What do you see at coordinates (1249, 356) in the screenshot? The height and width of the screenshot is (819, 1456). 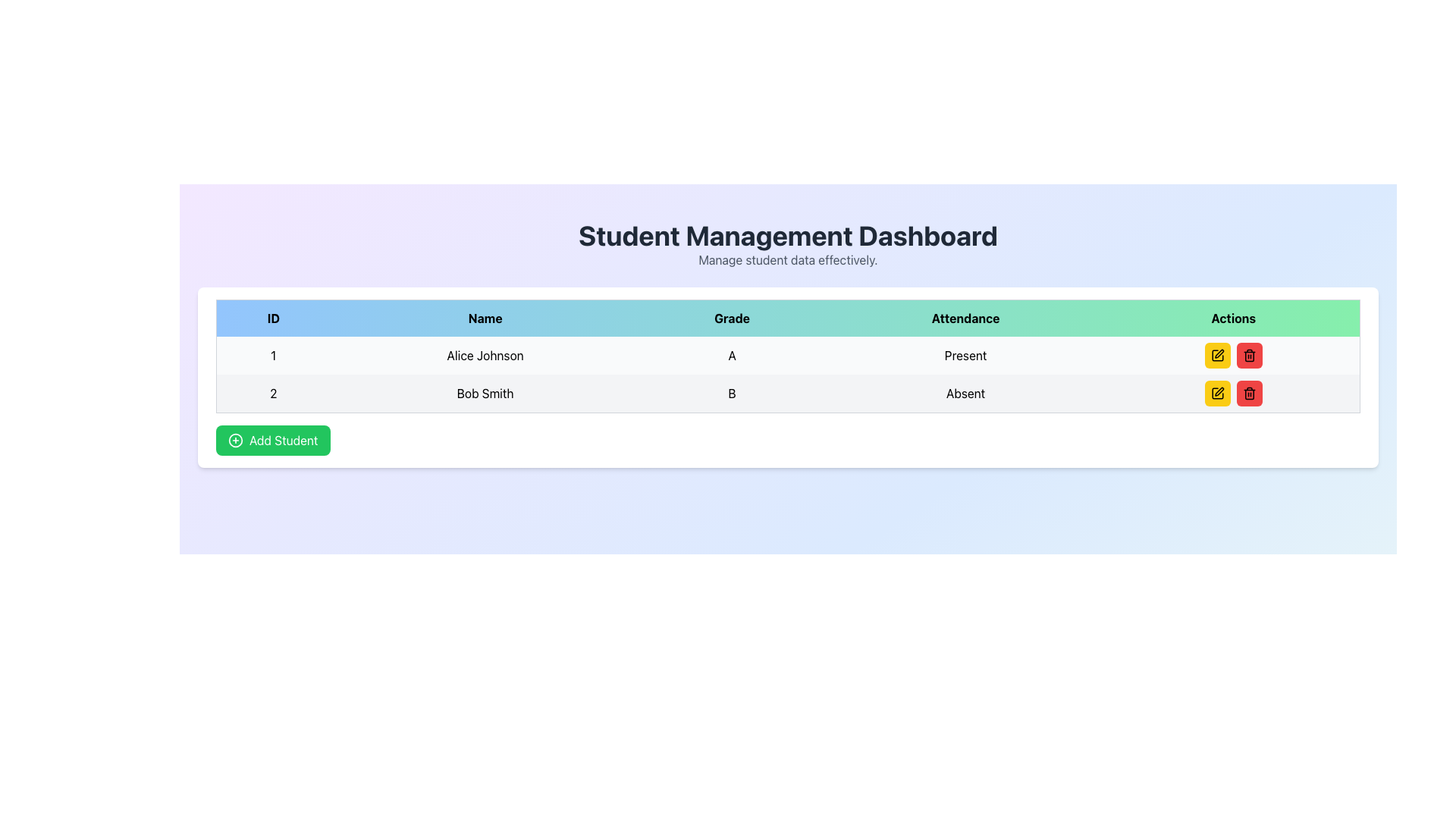 I see `the delete icon button located as the second icon in the 'Actions' column of the second row of the table` at bounding box center [1249, 356].